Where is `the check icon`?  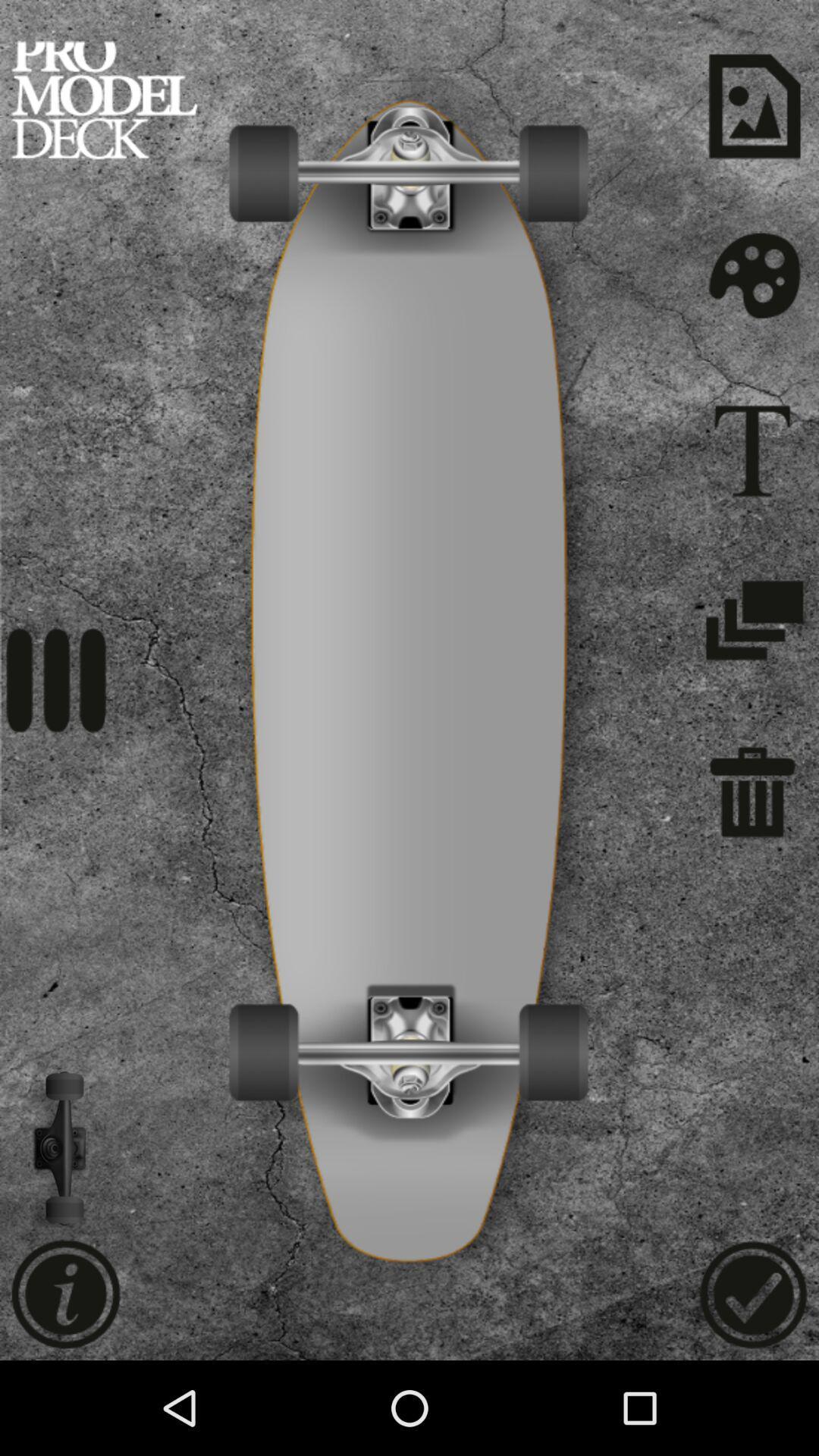
the check icon is located at coordinates (752, 1385).